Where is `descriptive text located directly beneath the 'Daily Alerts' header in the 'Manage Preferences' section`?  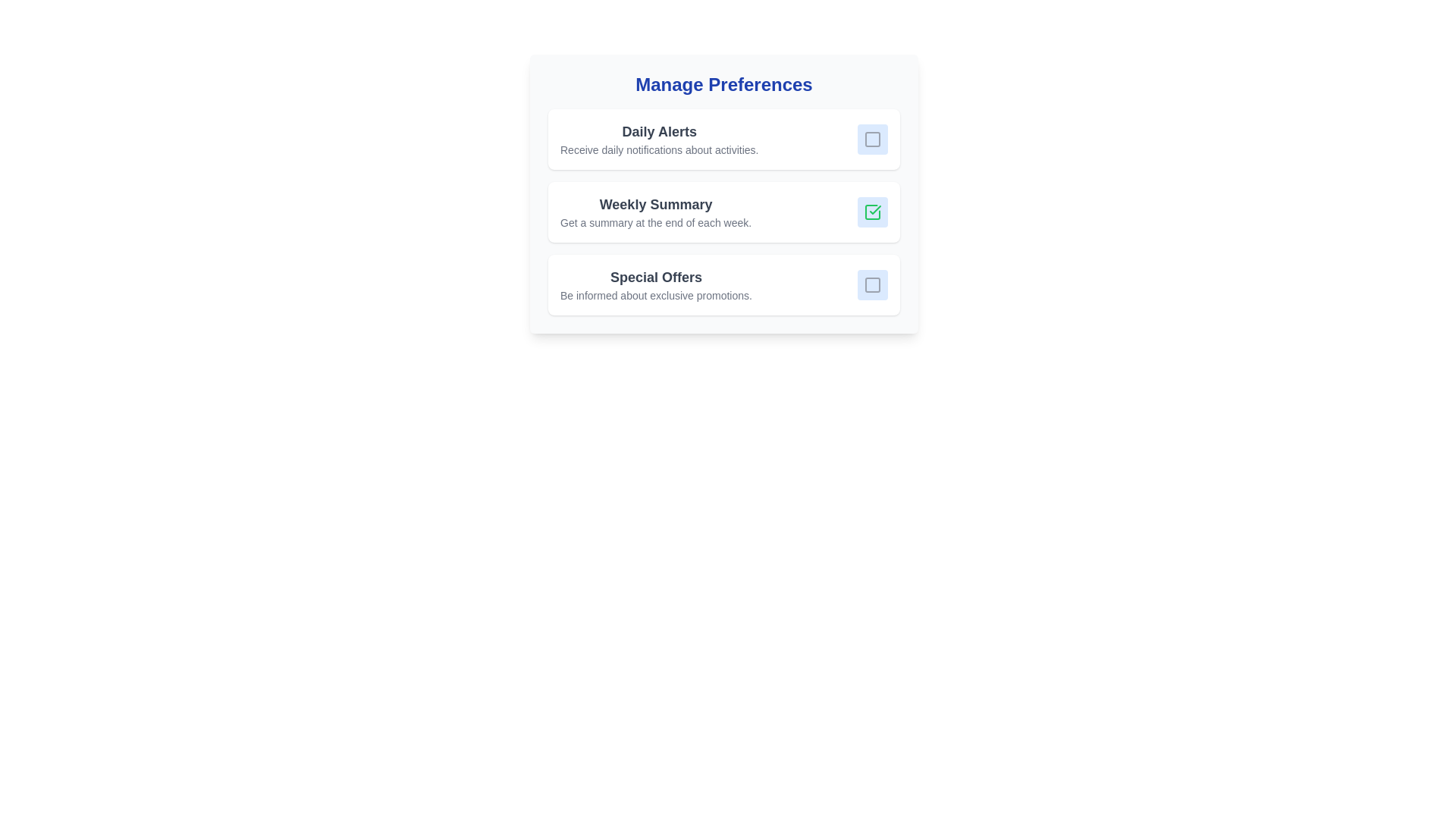
descriptive text located directly beneath the 'Daily Alerts' header in the 'Manage Preferences' section is located at coordinates (659, 149).